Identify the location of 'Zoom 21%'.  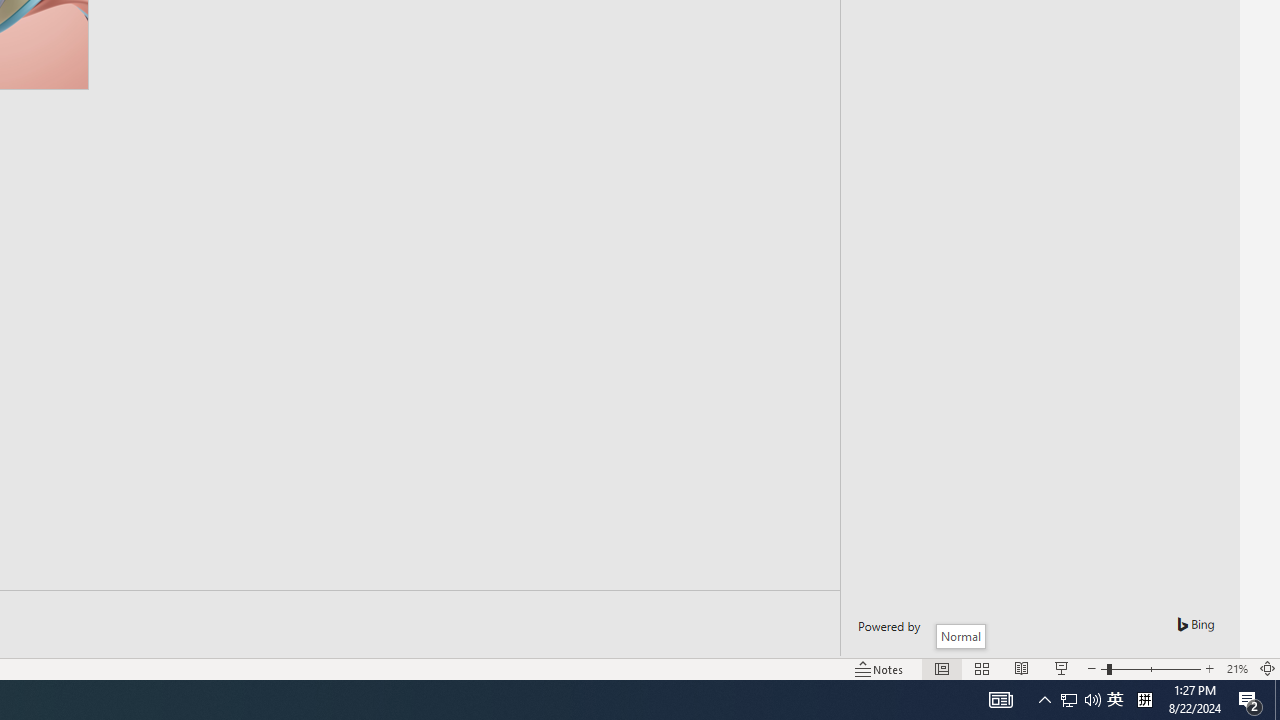
(1236, 669).